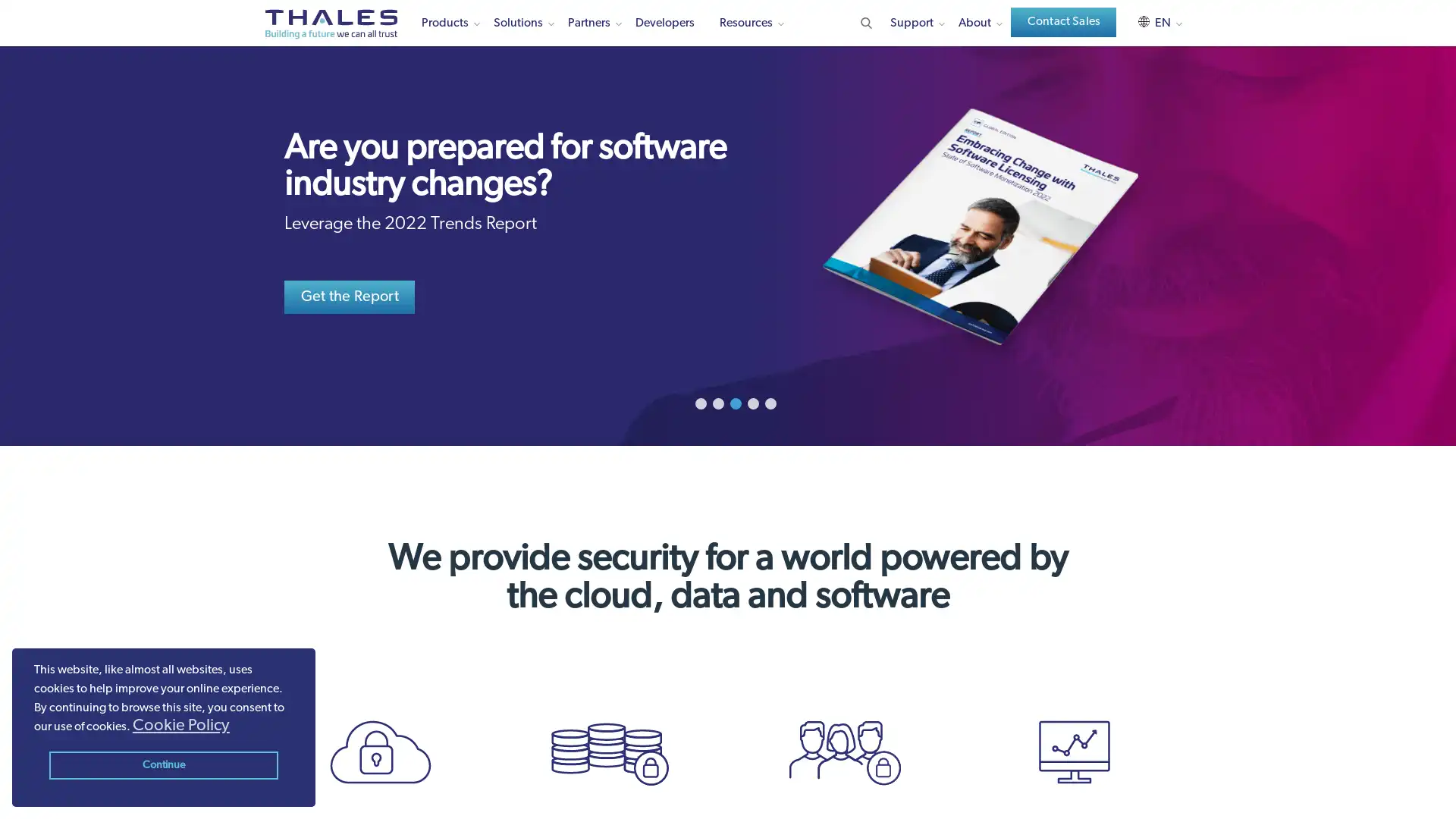  I want to click on 2, so click(717, 403).